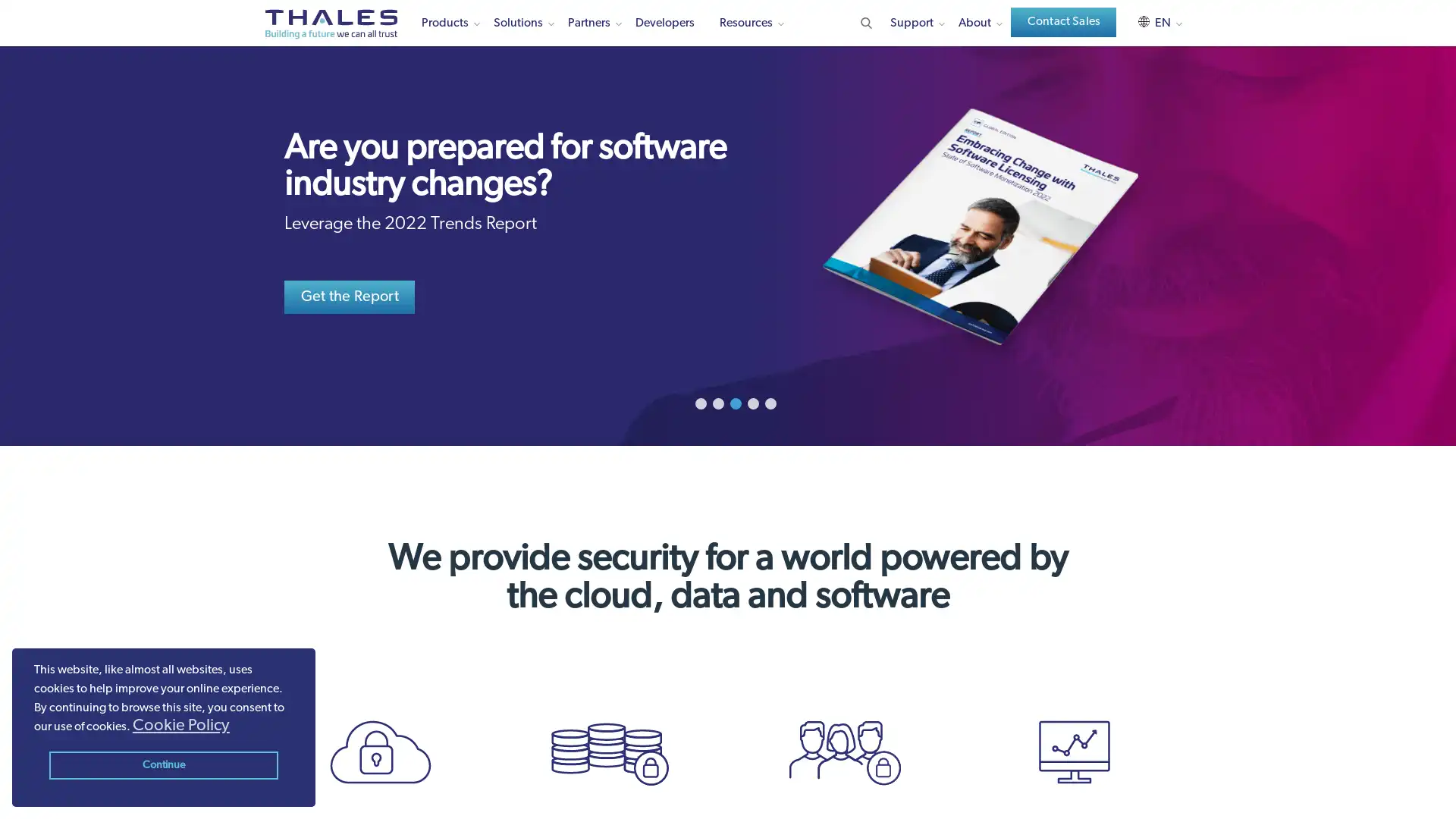  I want to click on 2, so click(717, 403).